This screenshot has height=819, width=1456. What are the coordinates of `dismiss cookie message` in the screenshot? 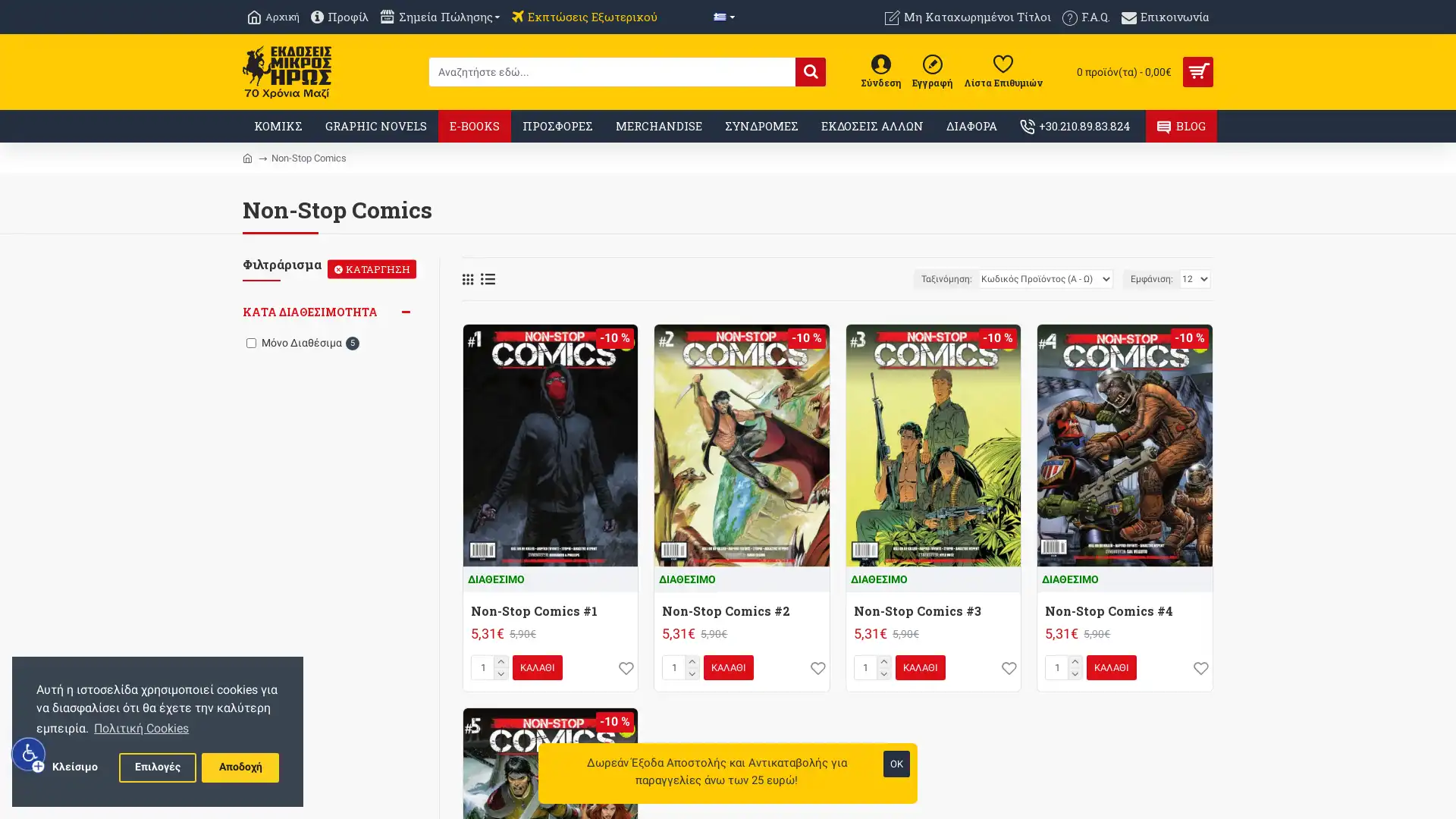 It's located at (74, 767).